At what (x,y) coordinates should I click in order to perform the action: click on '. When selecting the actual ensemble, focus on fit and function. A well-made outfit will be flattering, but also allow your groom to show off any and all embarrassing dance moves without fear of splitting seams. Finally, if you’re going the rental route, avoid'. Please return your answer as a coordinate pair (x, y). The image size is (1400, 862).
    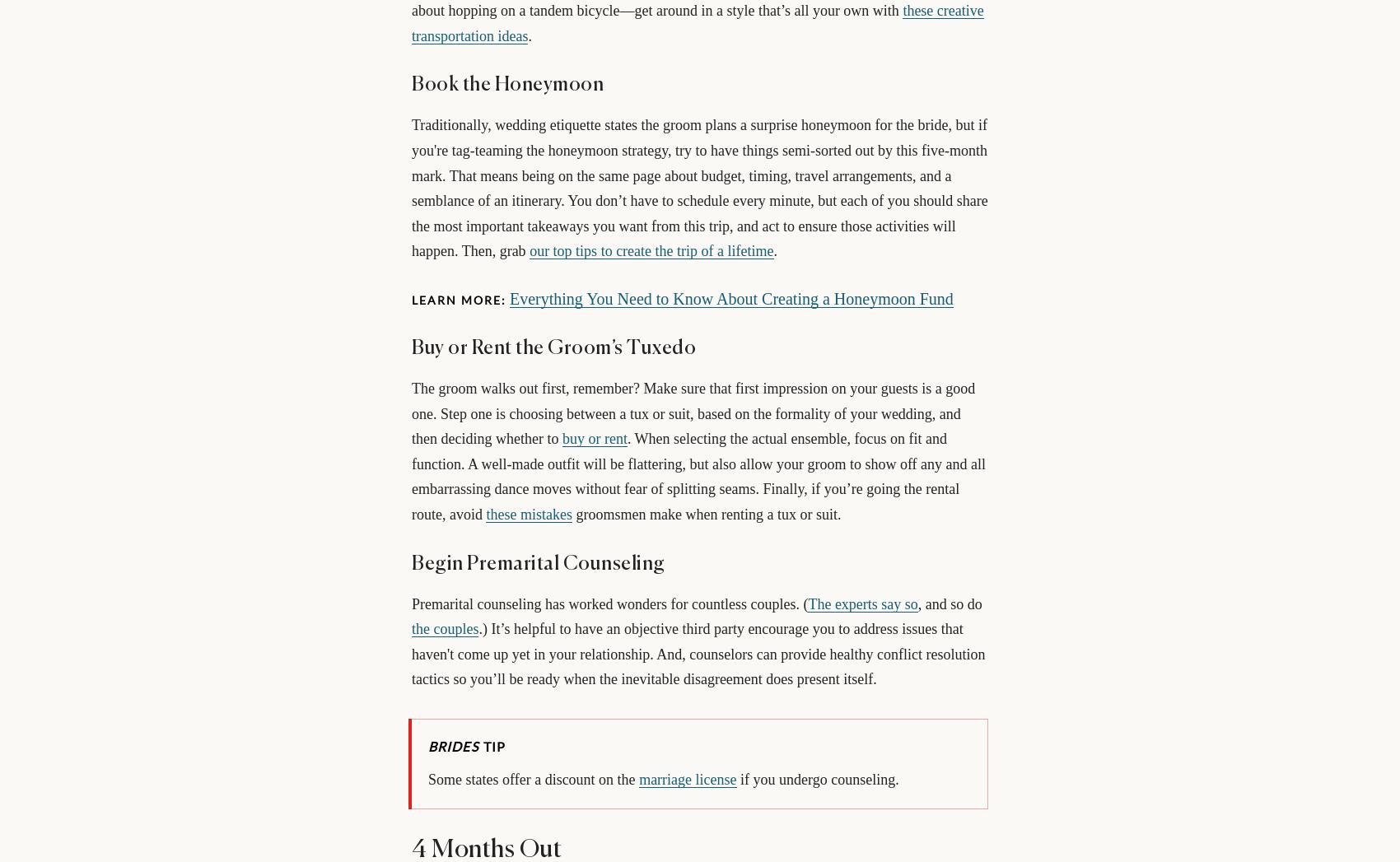
    Looking at the image, I should click on (411, 475).